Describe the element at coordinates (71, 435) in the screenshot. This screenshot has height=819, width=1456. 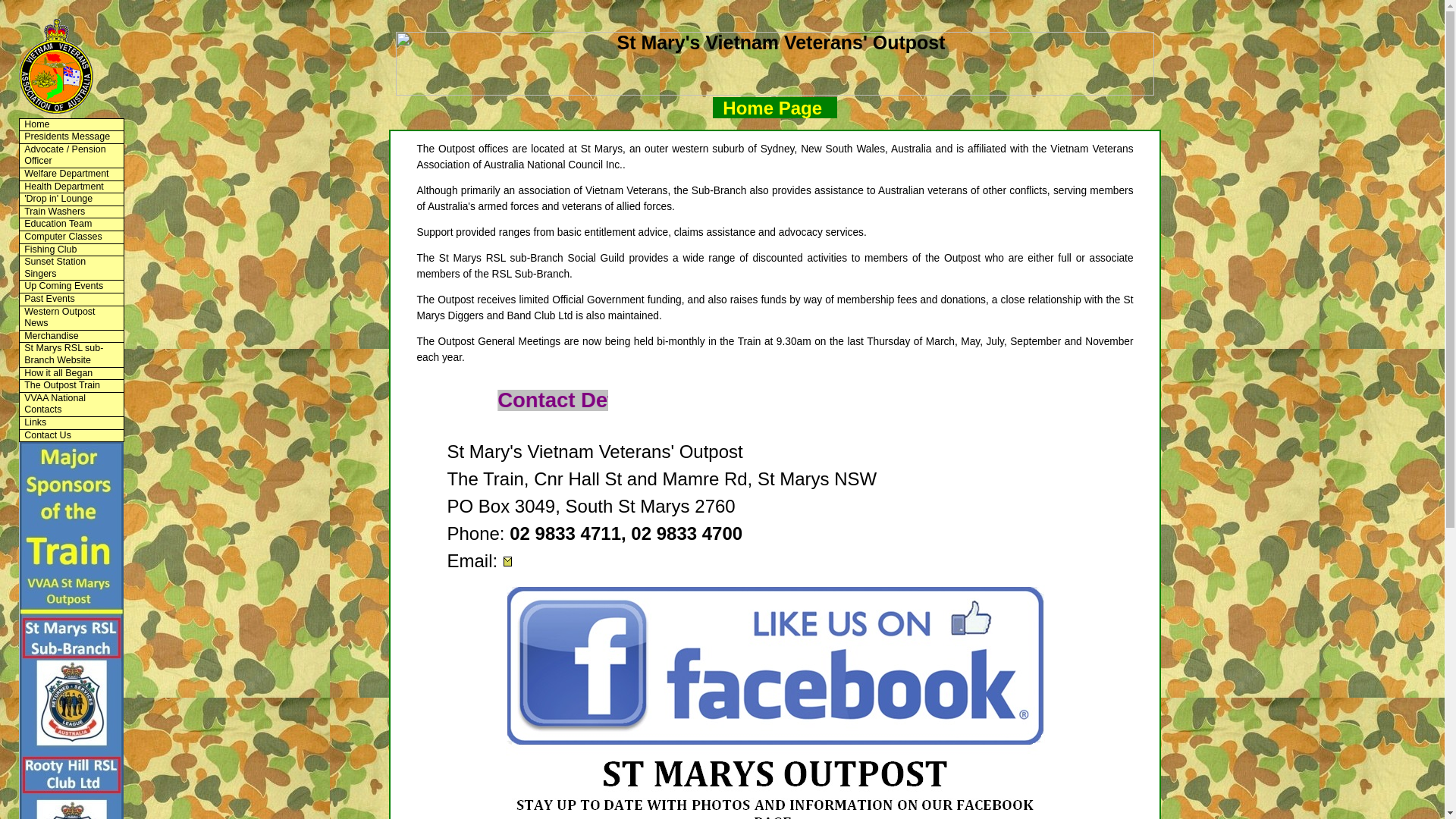
I see `'Contact Us'` at that location.